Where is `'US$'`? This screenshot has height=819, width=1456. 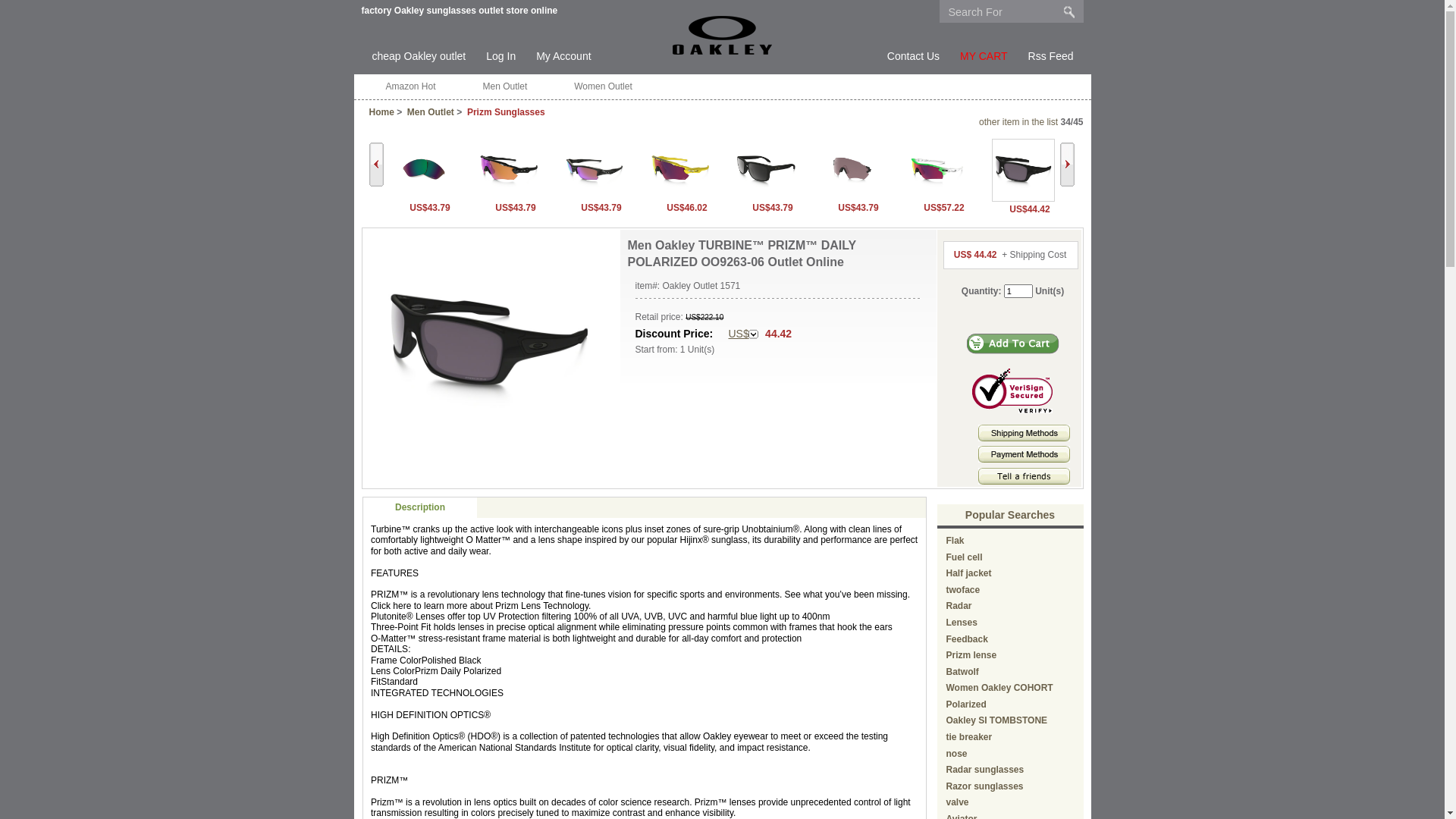
'US$' is located at coordinates (742, 333).